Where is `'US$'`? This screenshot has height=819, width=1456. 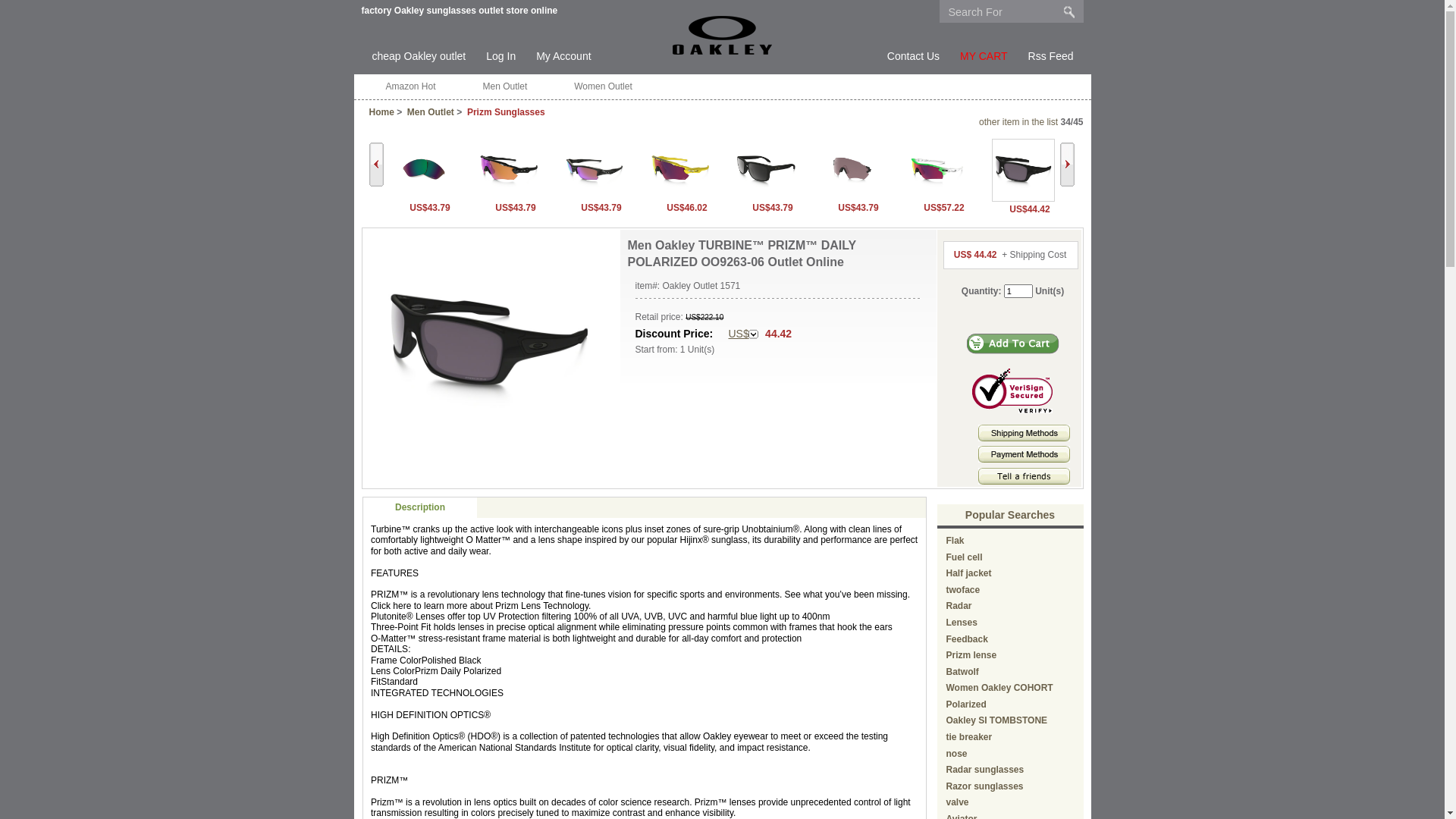
'US$' is located at coordinates (742, 333).